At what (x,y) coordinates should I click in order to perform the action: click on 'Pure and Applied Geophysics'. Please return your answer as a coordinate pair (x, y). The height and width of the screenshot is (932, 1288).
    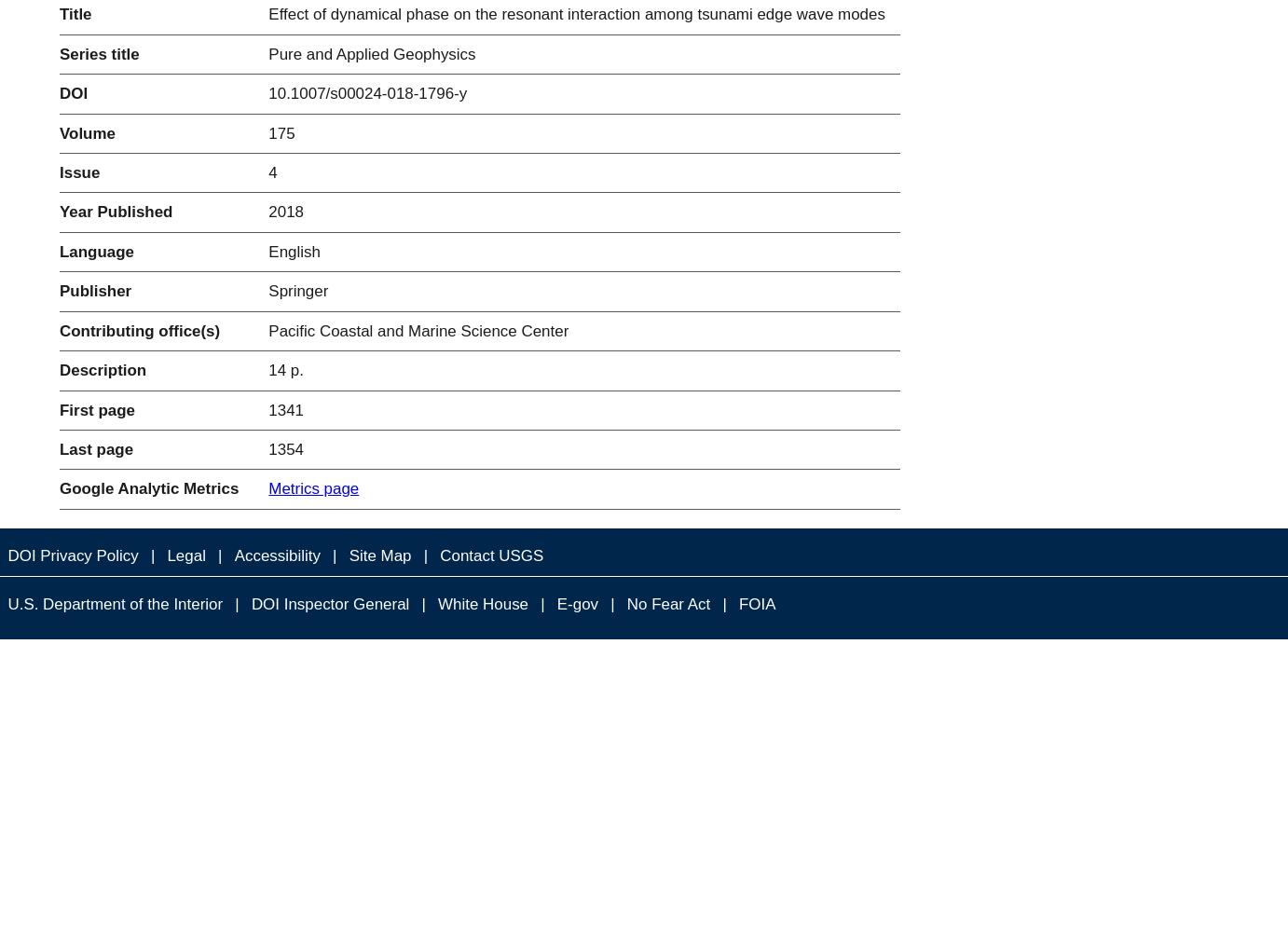
    Looking at the image, I should click on (371, 53).